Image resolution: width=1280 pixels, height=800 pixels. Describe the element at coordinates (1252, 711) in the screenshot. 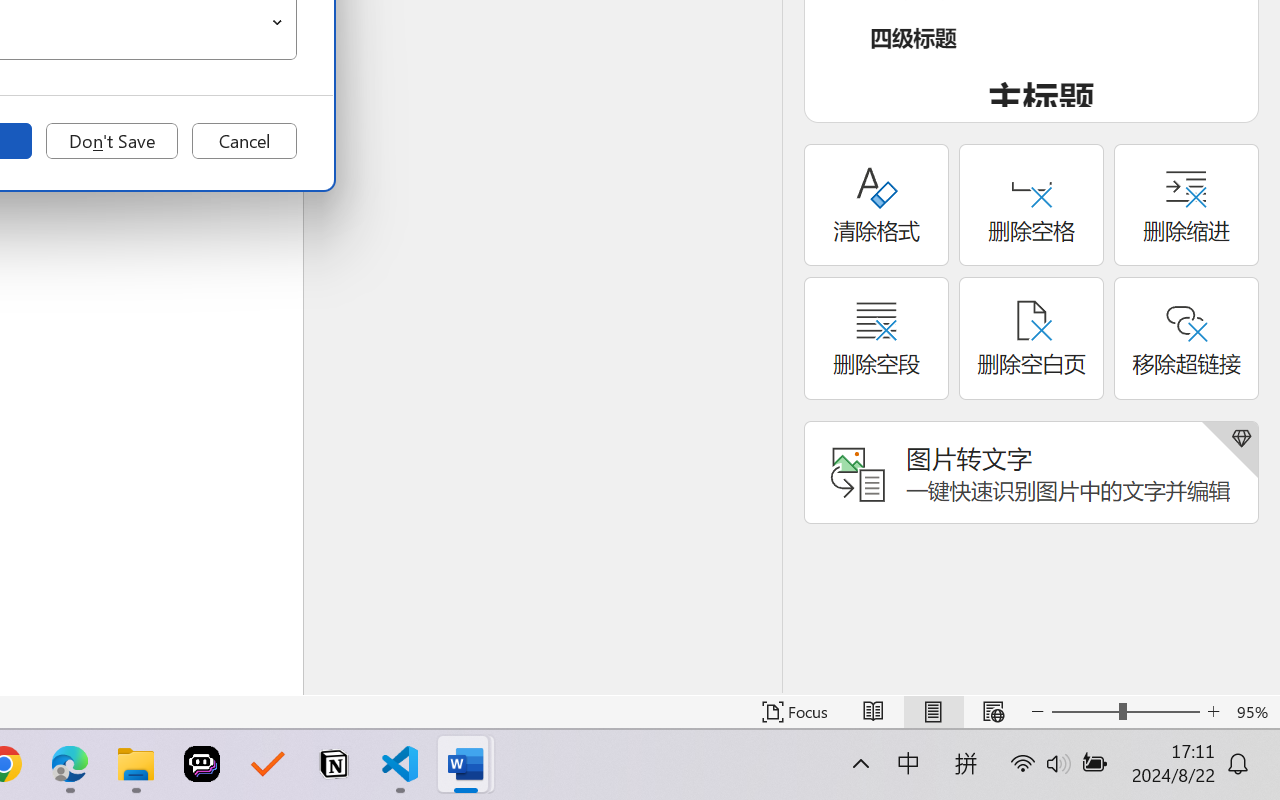

I see `'Zoom 95%'` at that location.